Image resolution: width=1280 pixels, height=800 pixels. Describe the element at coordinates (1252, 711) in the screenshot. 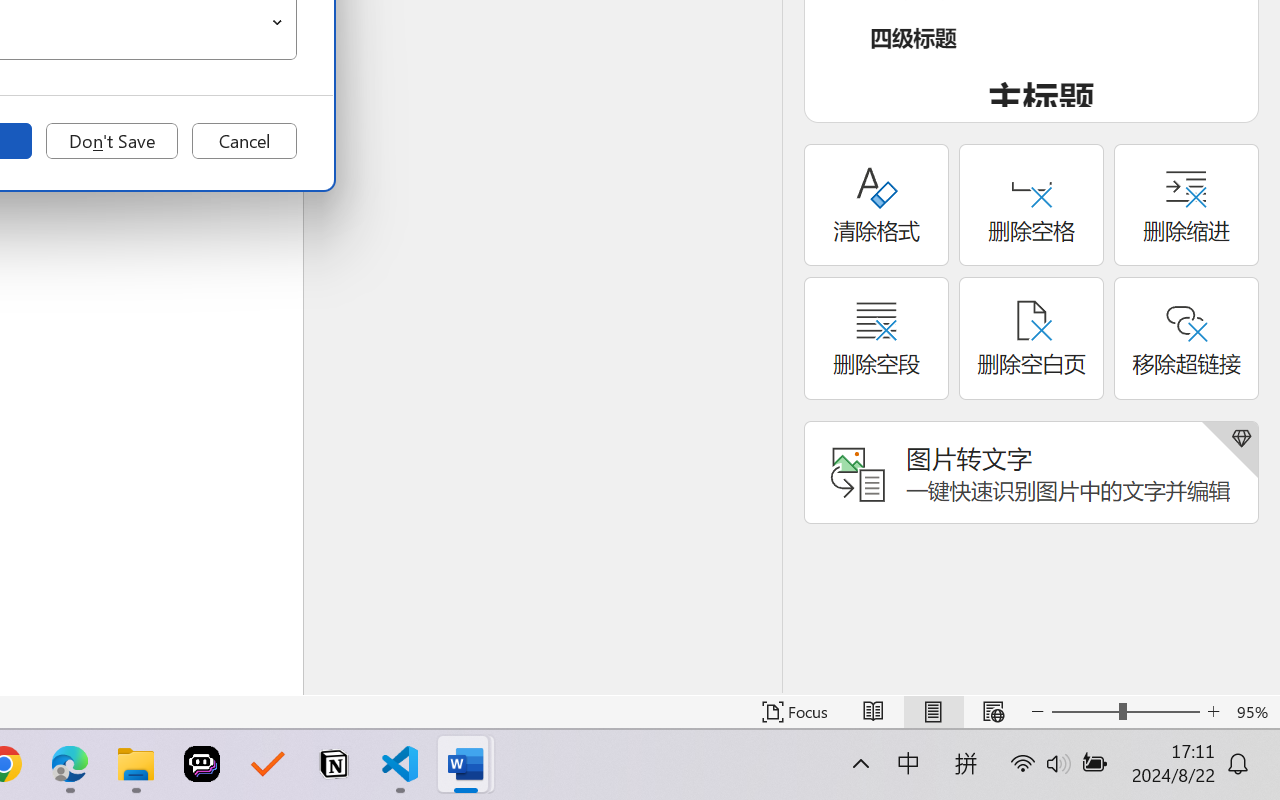

I see `'Zoom 95%'` at that location.